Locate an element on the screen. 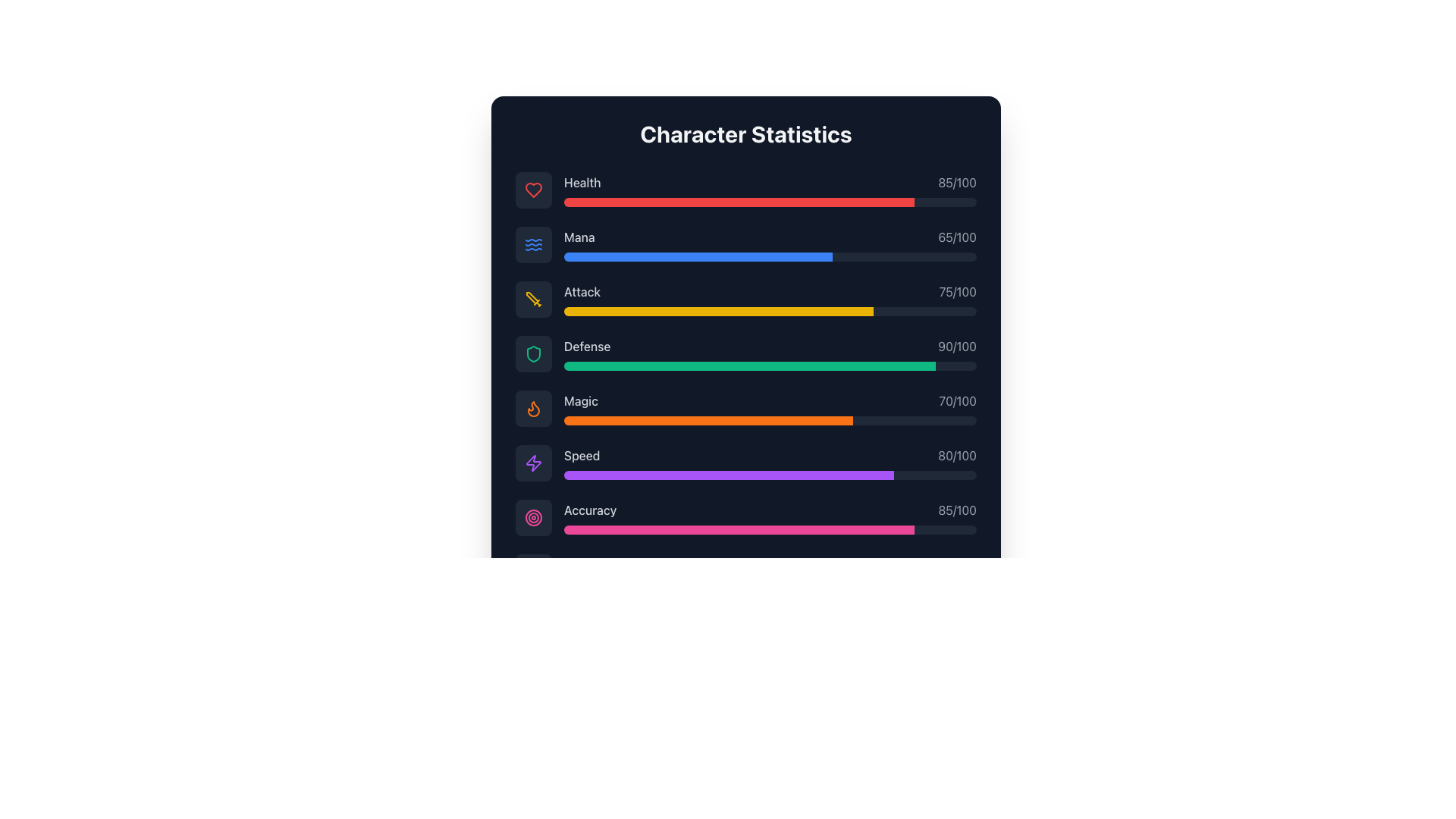  the 'Attack' text label located in the third row under 'Character Statistics' is located at coordinates (582, 292).